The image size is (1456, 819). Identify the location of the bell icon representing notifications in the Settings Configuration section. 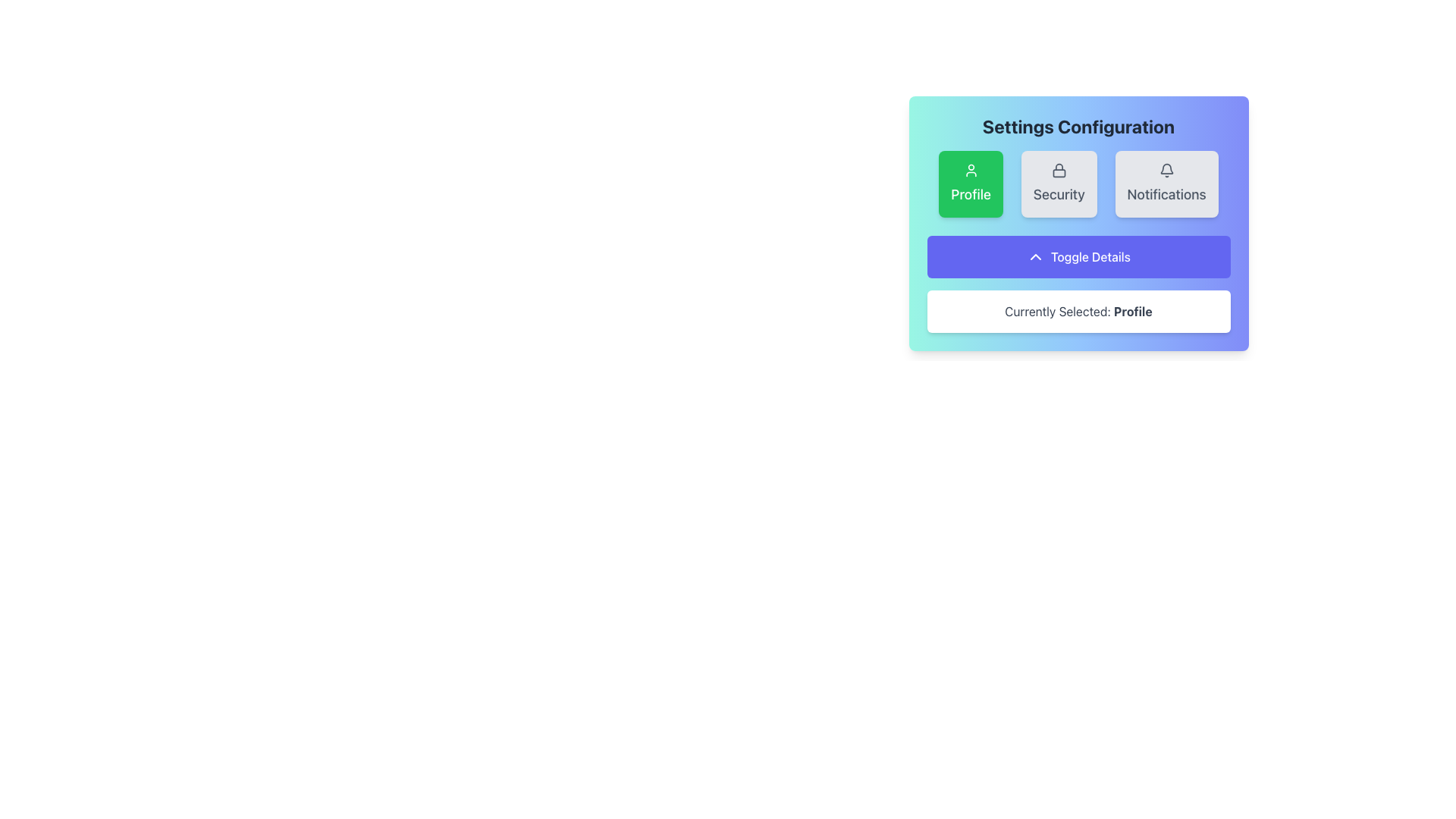
(1165, 168).